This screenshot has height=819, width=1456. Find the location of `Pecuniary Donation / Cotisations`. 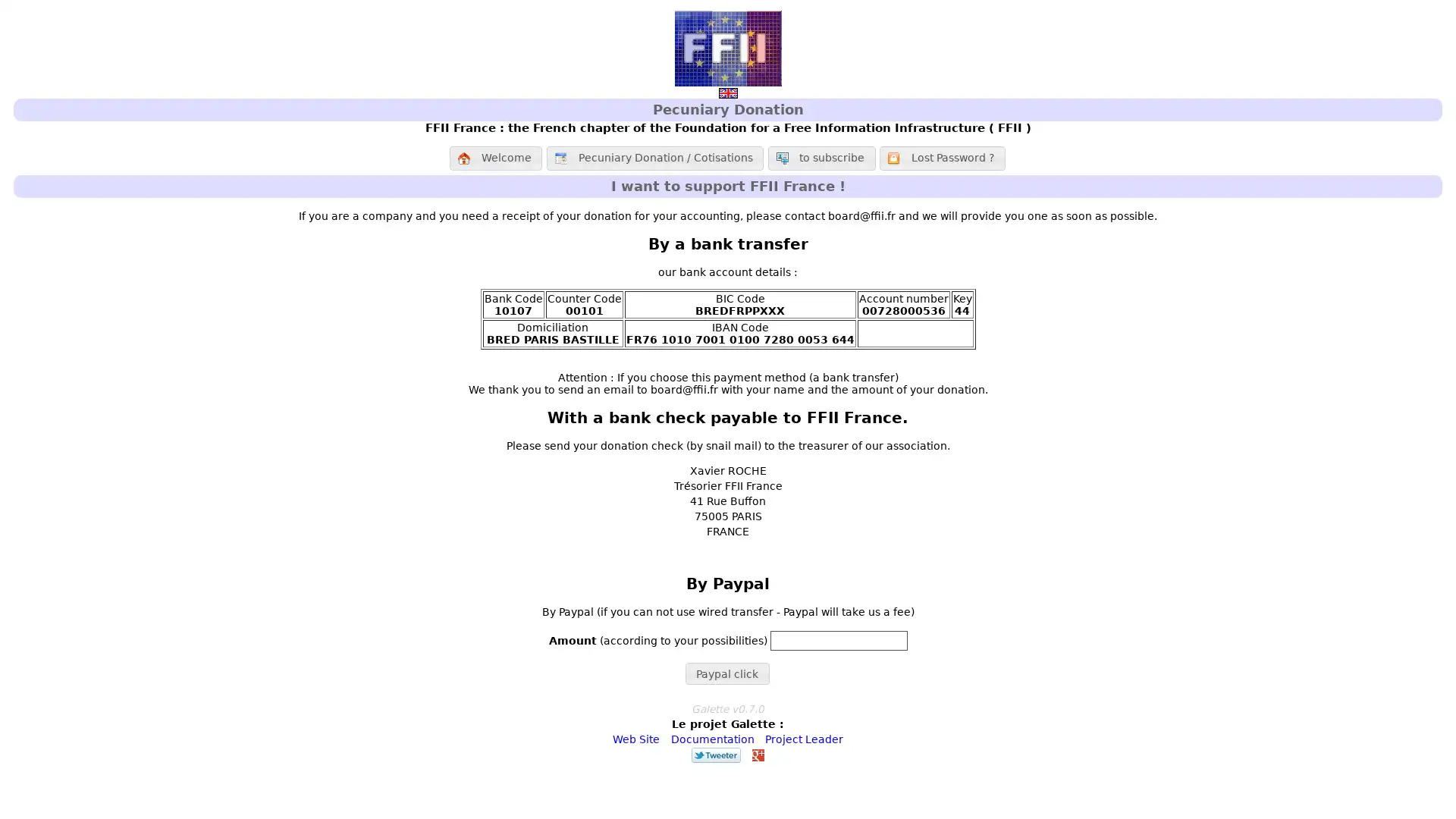

Pecuniary Donation / Cotisations is located at coordinates (654, 158).